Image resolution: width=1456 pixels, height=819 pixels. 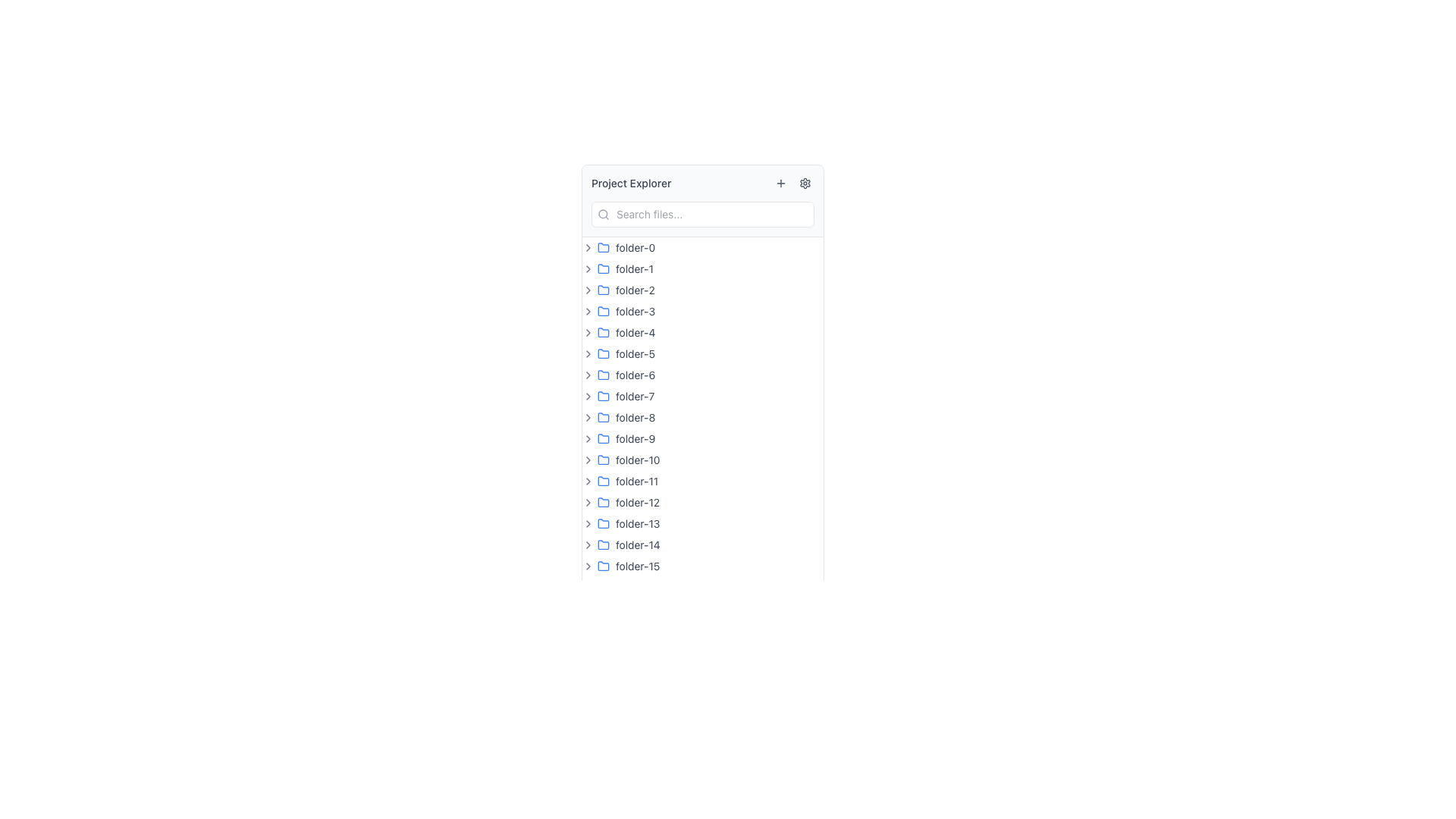 What do you see at coordinates (603, 214) in the screenshot?
I see `the search icon represented by a gray magnifying glass positioned to the left of the text input field in the search bar` at bounding box center [603, 214].